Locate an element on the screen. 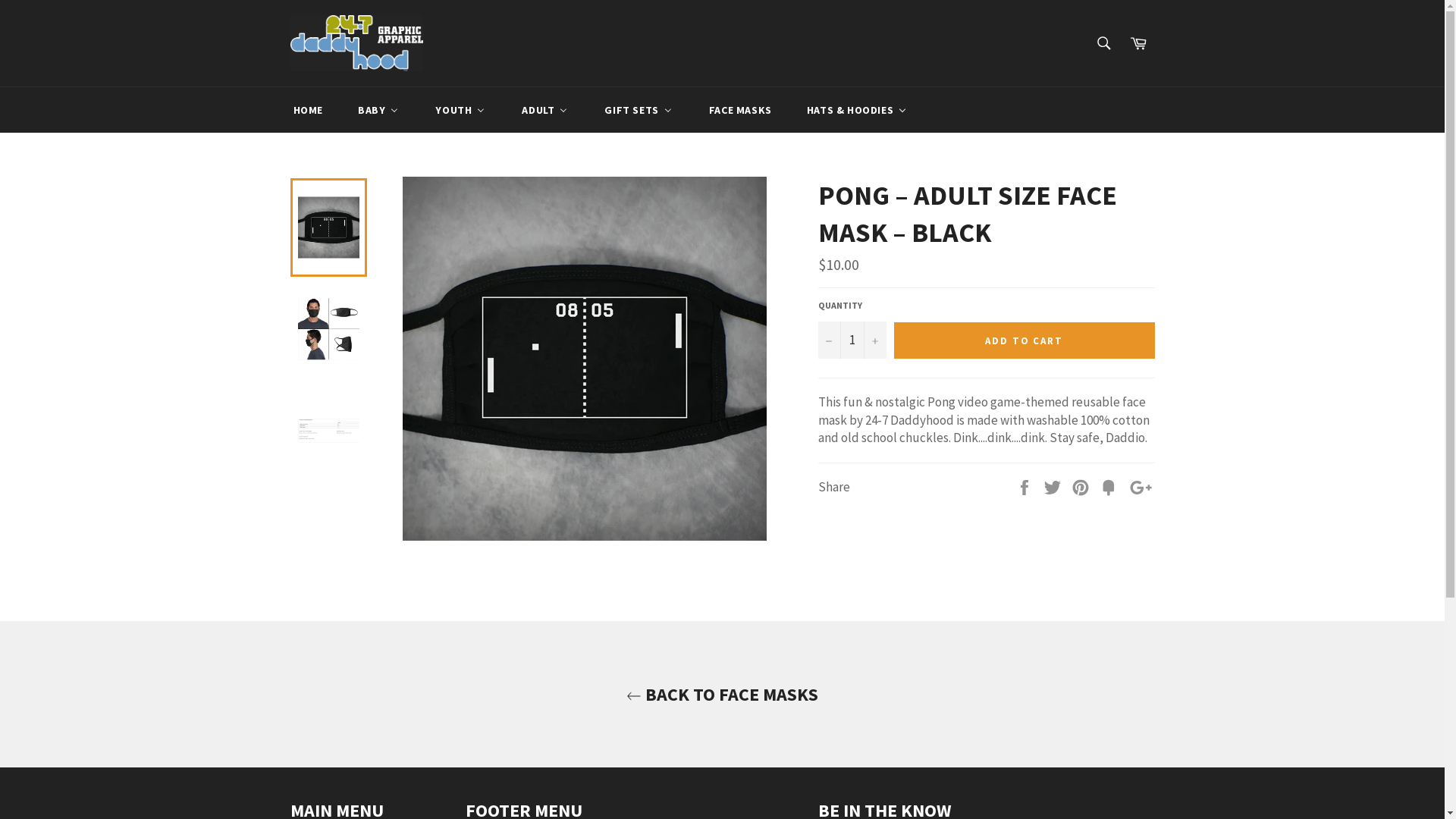 The image size is (1456, 819). 'FACE MASKS' is located at coordinates (690, 109).